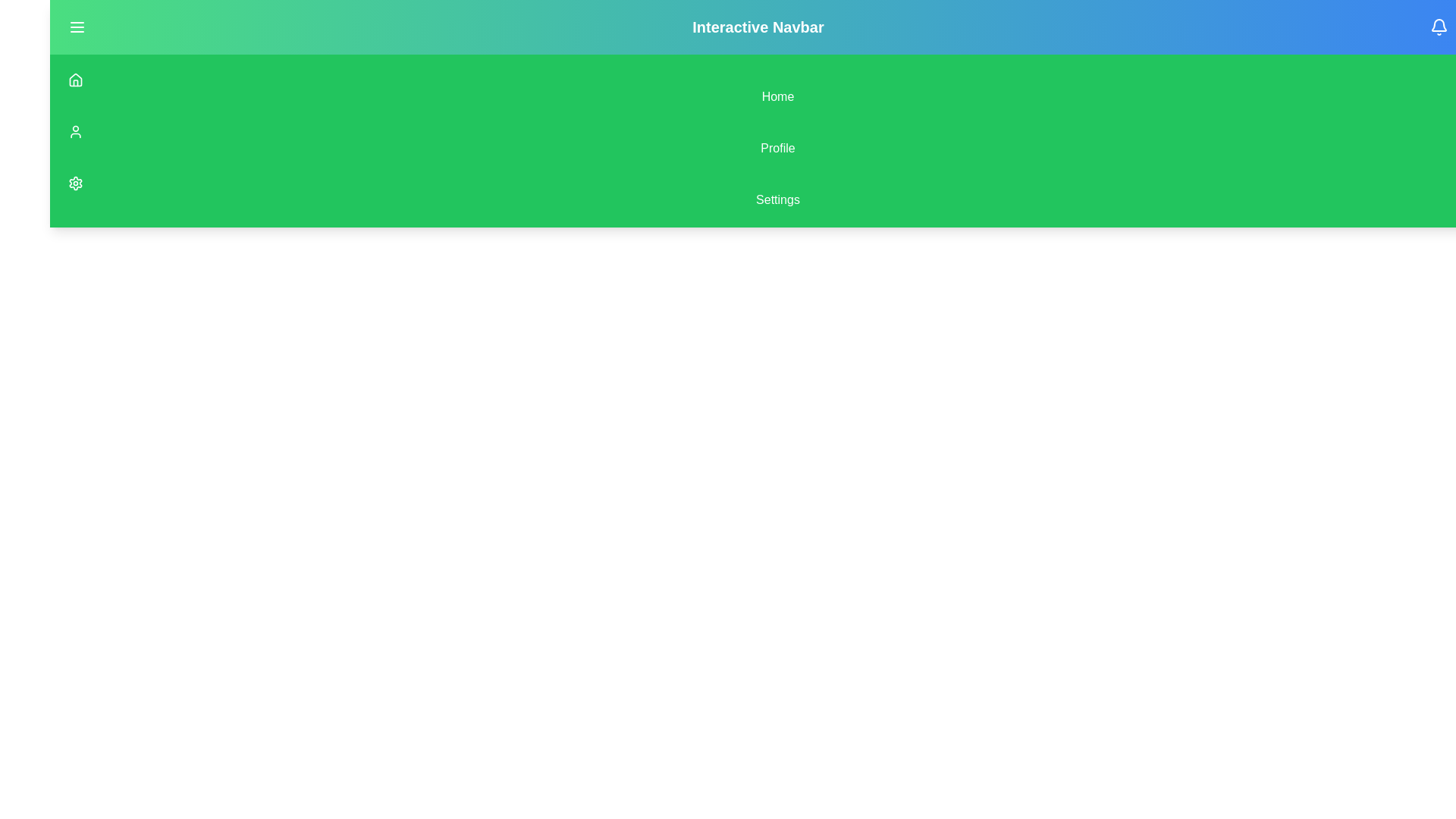  Describe the element at coordinates (75, 80) in the screenshot. I see `the home icon located at the top of the leftmost navigation bar` at that location.